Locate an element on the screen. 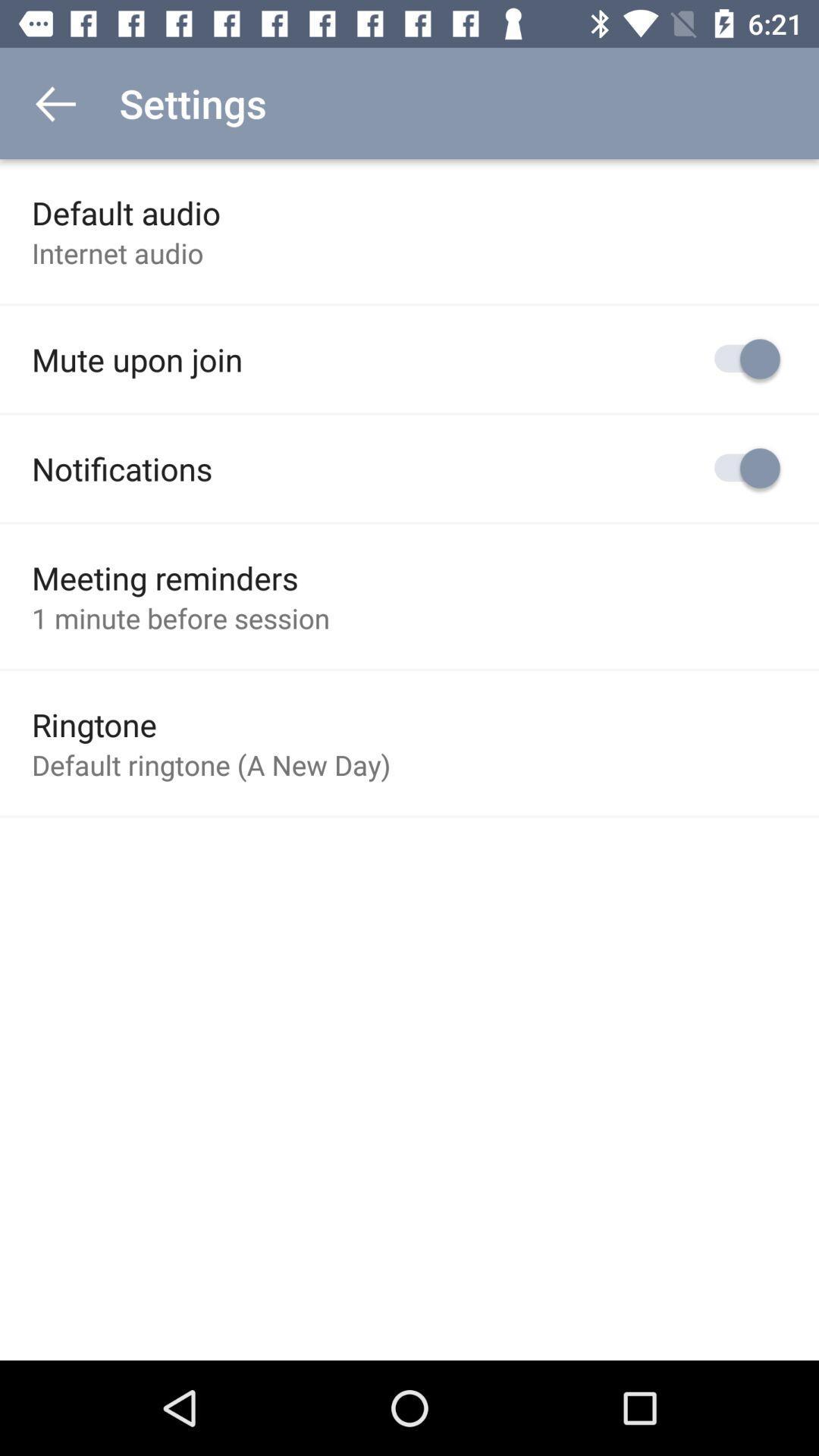 The height and width of the screenshot is (1456, 819). the mute upon join is located at coordinates (137, 359).